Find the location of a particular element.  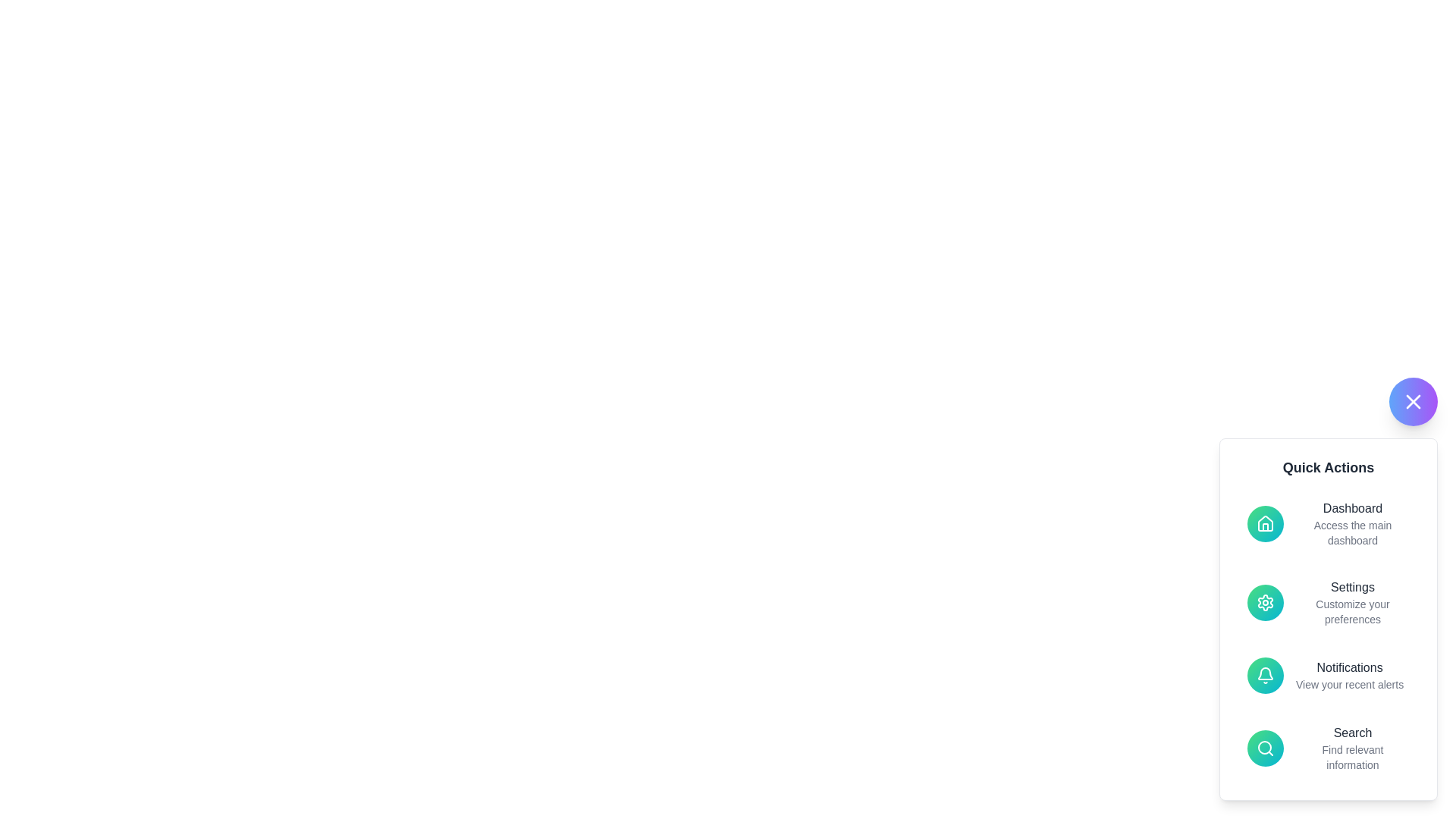

the Notifications option from the menu is located at coordinates (1328, 675).